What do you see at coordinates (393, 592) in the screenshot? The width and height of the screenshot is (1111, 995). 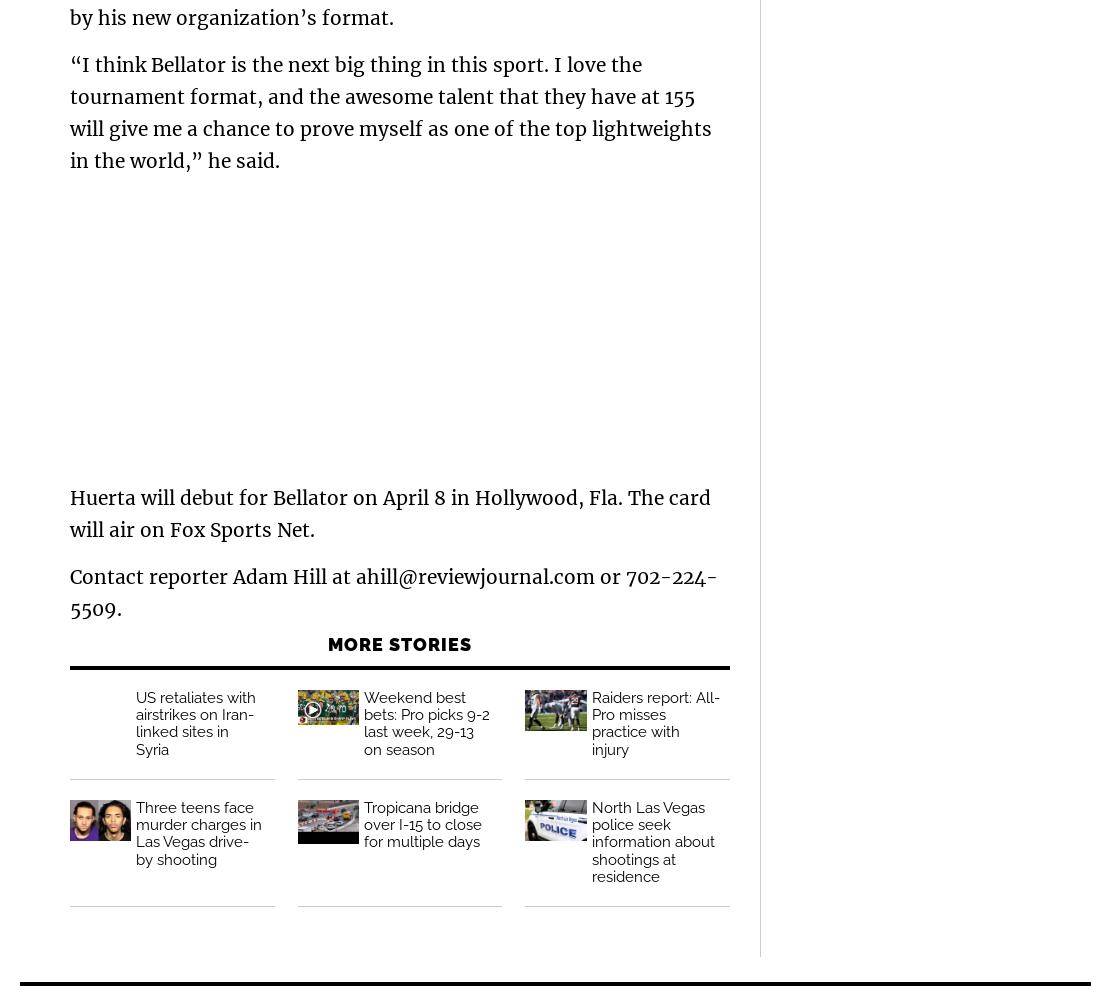 I see `'Contact reporter Adam Hill at ahill@reviewjournal.com or 702-224-5509.'` at bounding box center [393, 592].